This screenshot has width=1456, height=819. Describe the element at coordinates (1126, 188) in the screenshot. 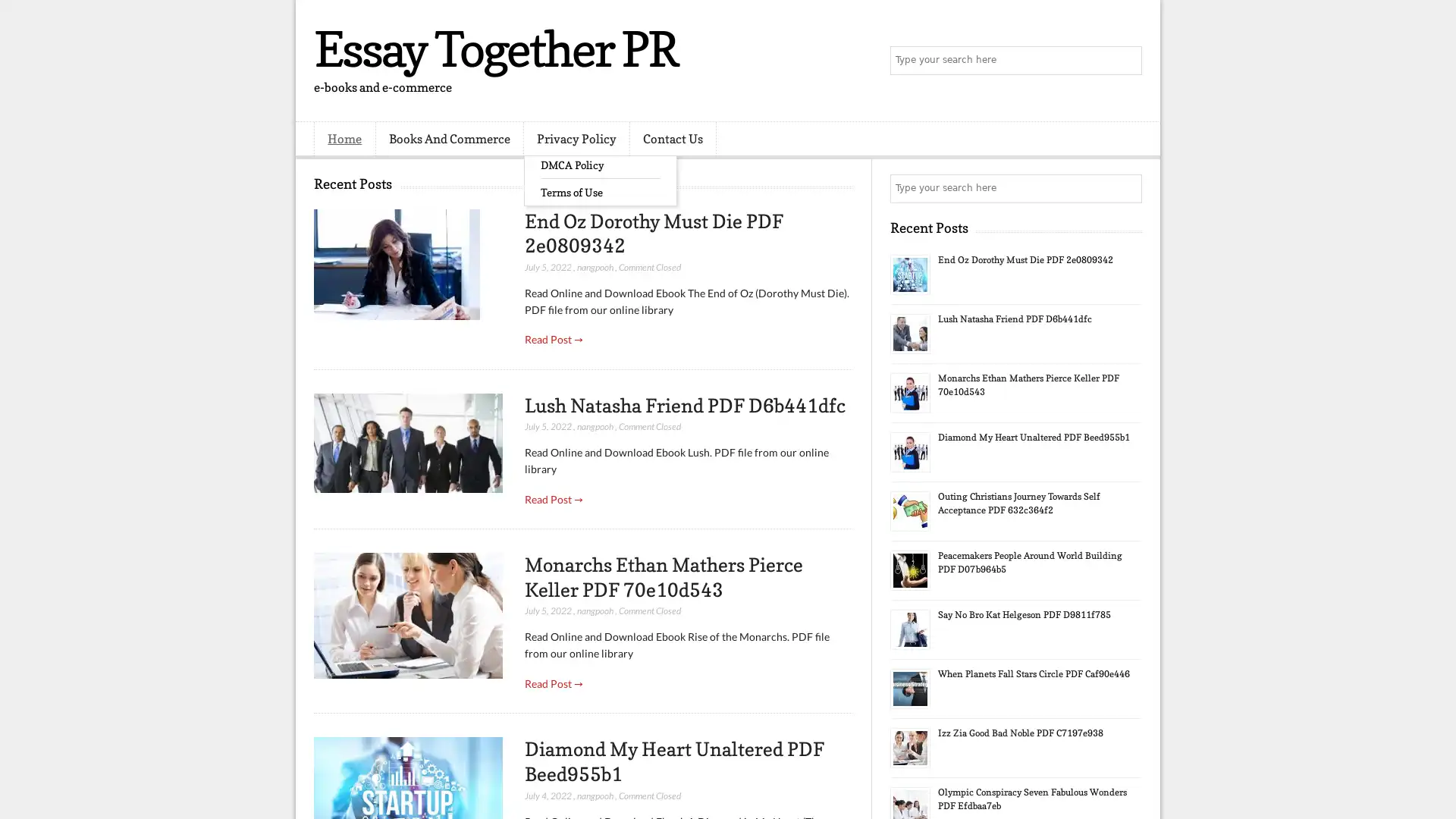

I see `Search` at that location.